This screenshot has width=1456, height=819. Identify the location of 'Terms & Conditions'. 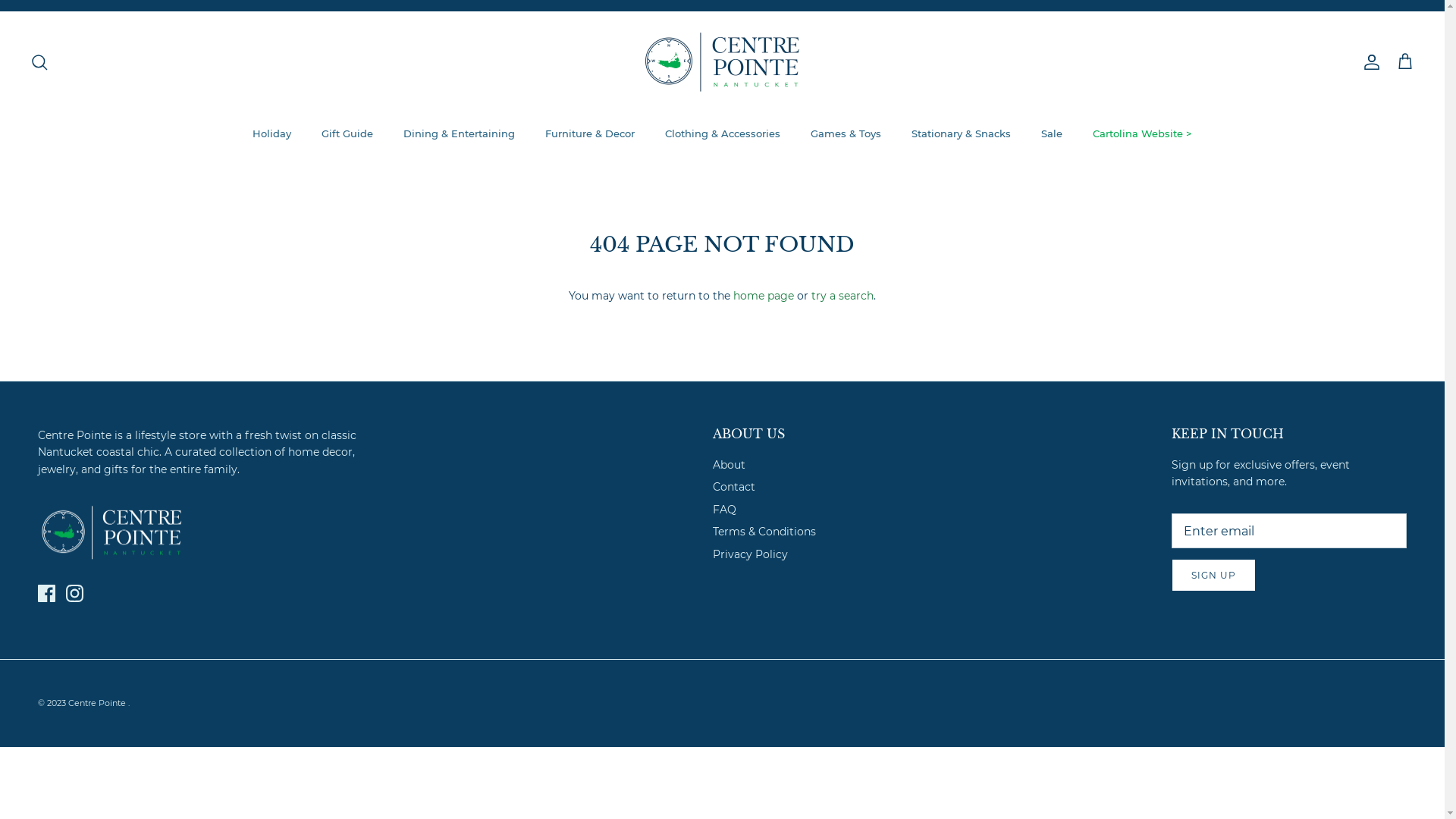
(764, 531).